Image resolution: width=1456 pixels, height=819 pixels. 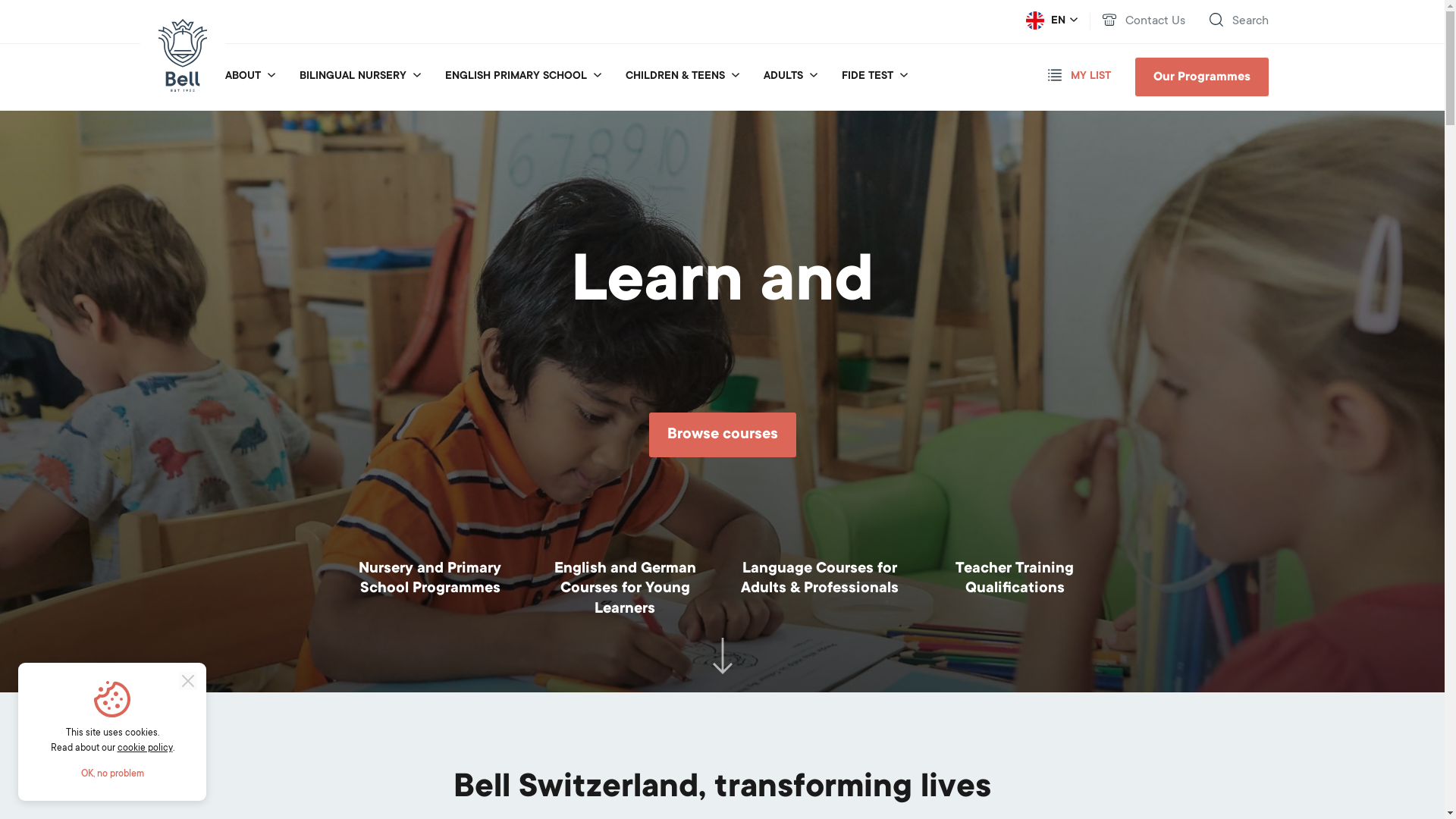 What do you see at coordinates (349, 579) in the screenshot?
I see `'Nursery and Primary School Programmes'` at bounding box center [349, 579].